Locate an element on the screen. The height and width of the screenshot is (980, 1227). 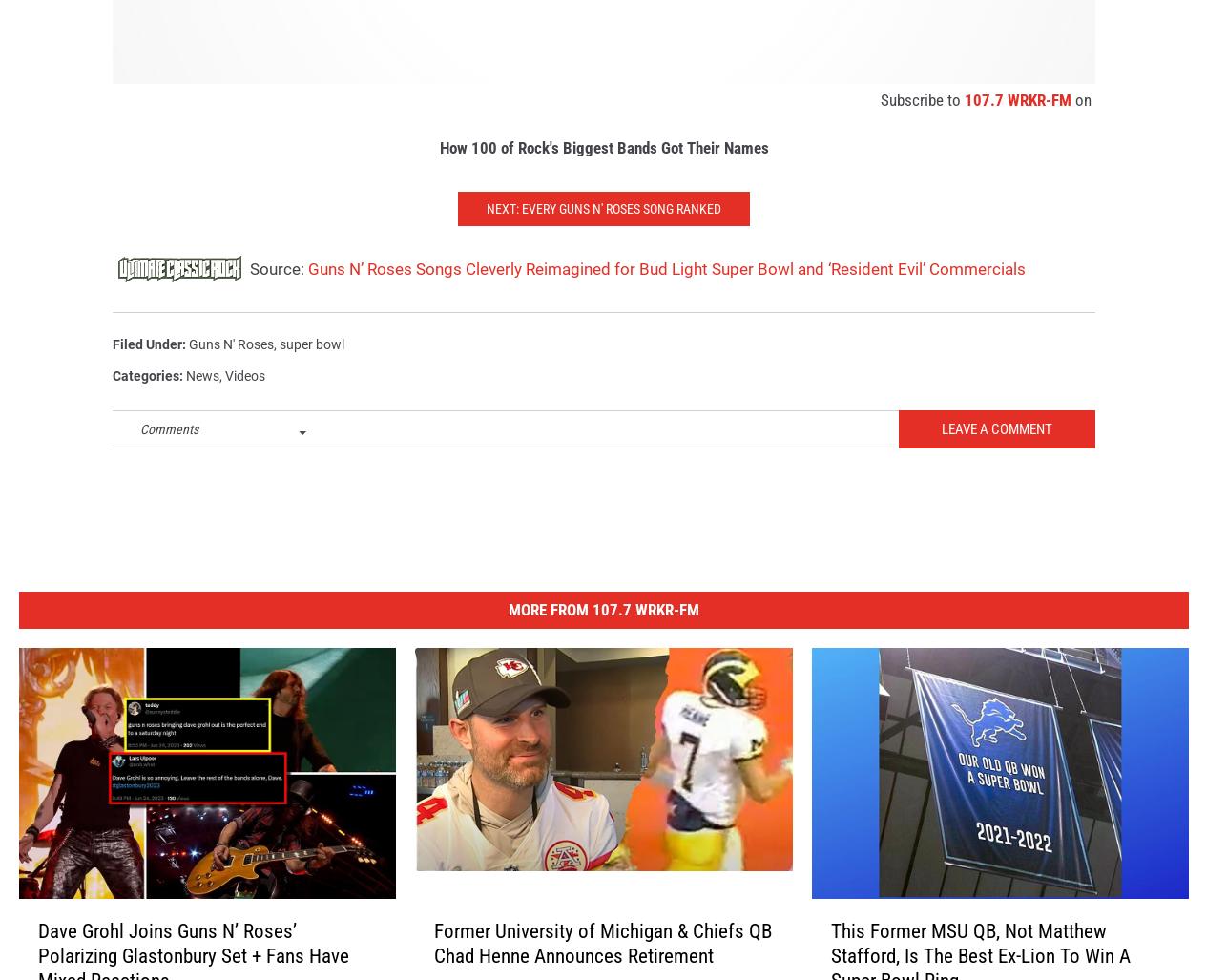
'Categories' is located at coordinates (146, 396).